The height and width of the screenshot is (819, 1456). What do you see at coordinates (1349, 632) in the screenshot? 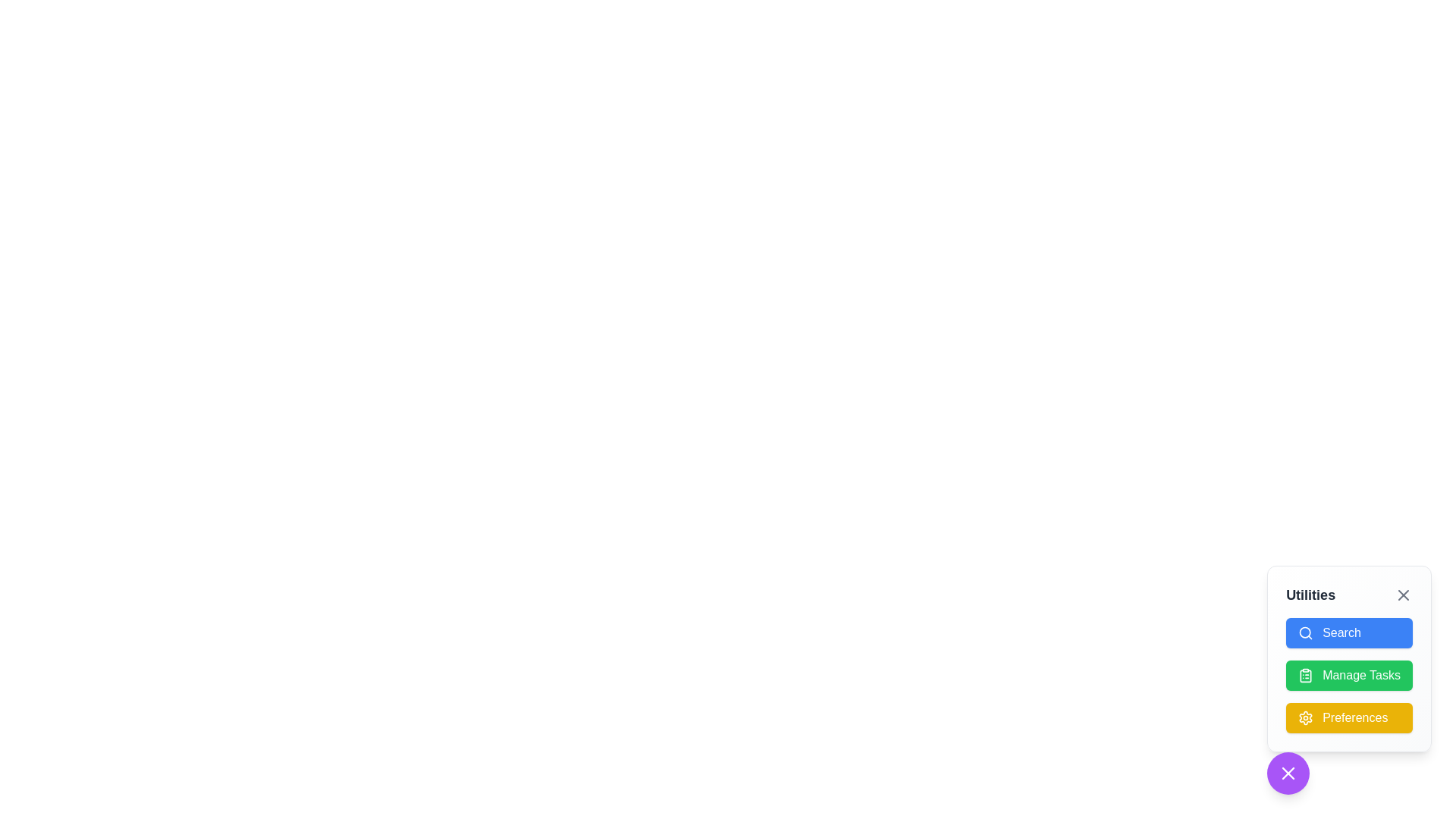
I see `the 'Search' button with a blue background and white text, located in the top-third of the 'Utilities' menu` at bounding box center [1349, 632].